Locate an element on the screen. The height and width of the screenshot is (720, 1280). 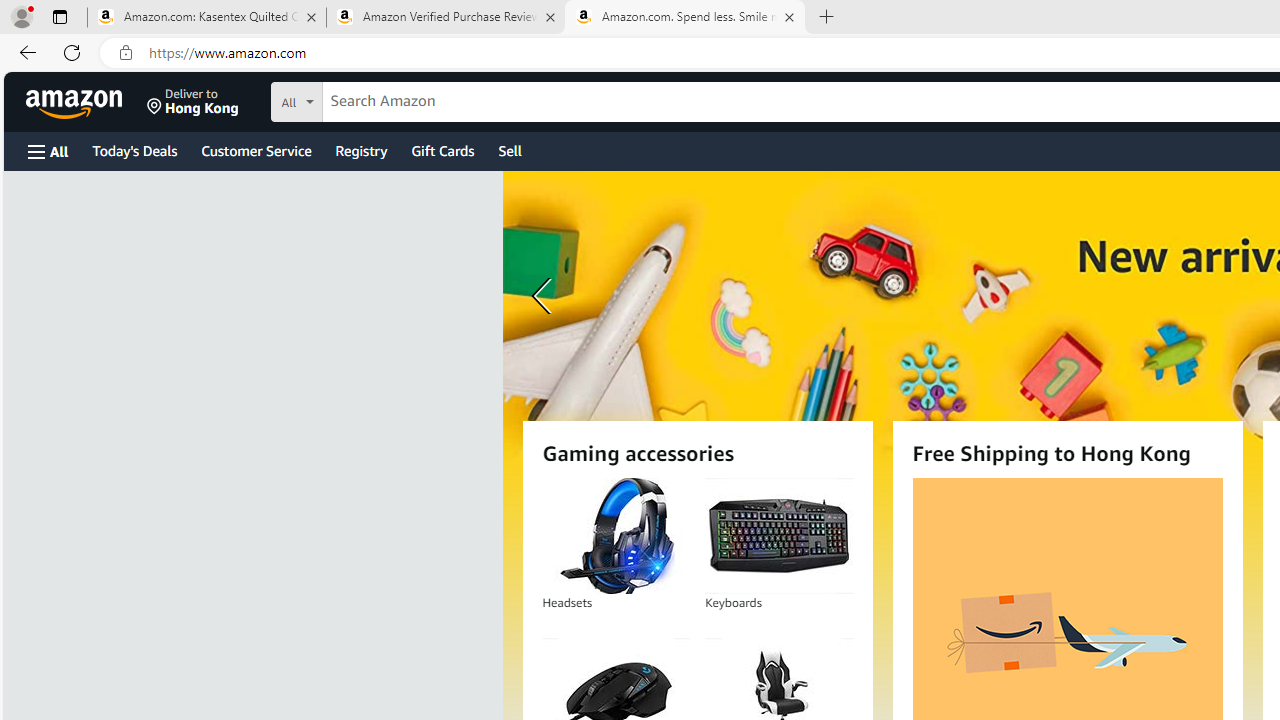
'Amazon Verified Purchase Reviews - Amazon Customer Service' is located at coordinates (444, 17).